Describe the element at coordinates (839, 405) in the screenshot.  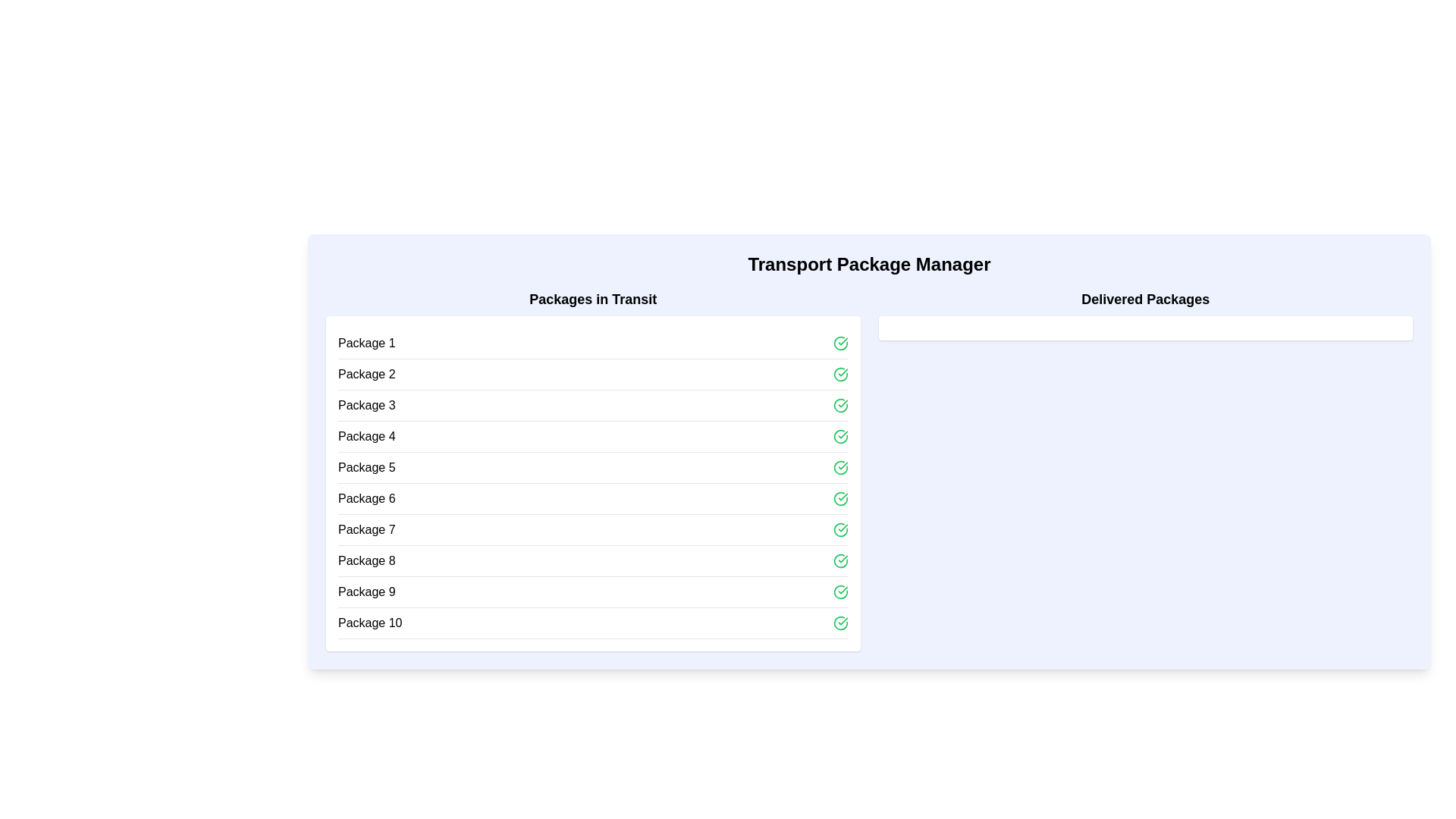
I see `the clickable icon representing confirmation or success located to the far right of the 'Package 3' row in the 'Packages in Transit' section` at that location.